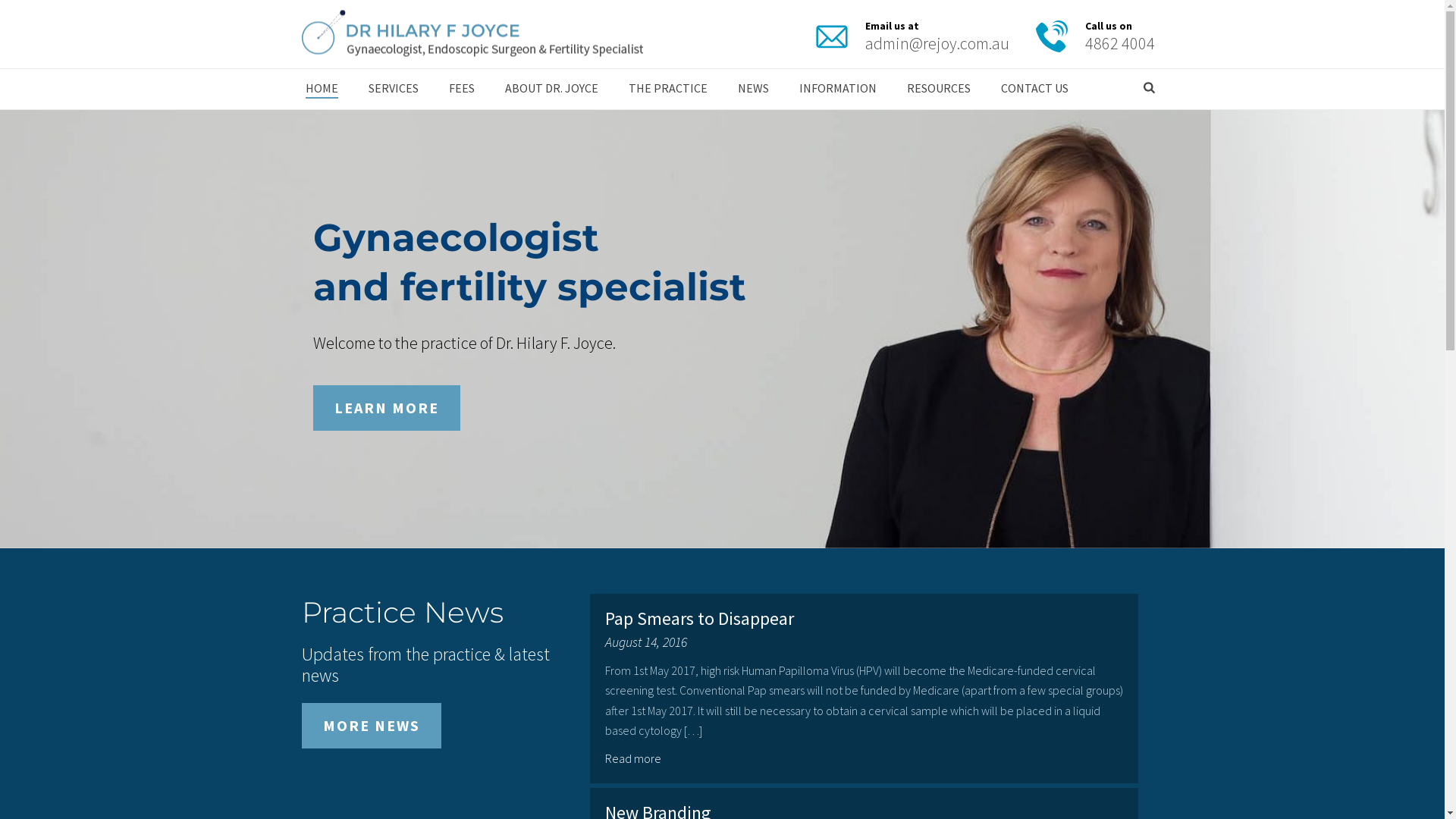 This screenshot has width=1456, height=819. I want to click on 'CONTACT US', so click(1034, 89).